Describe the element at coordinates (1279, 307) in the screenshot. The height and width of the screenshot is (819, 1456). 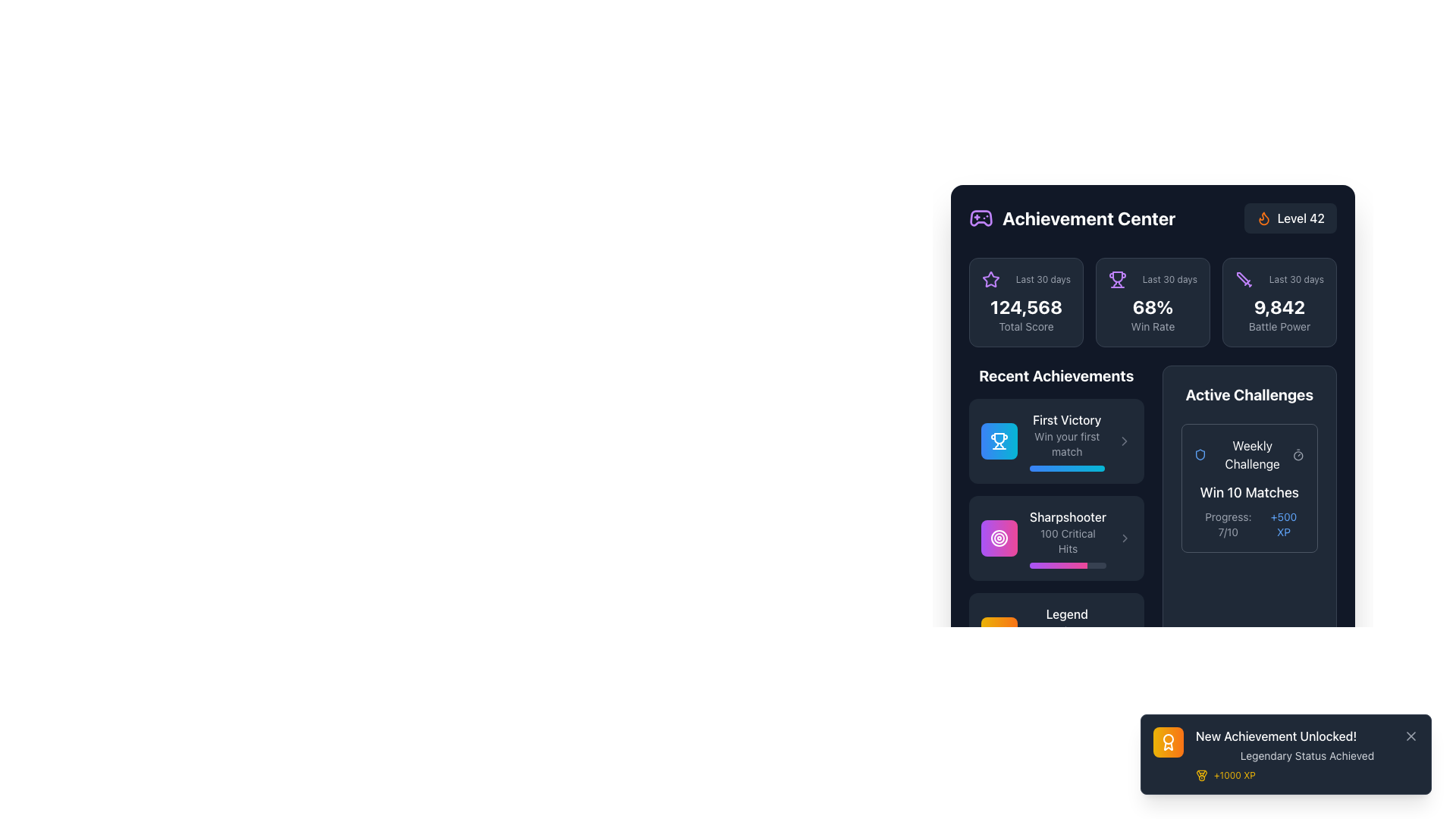
I see `the static text display showing the bold text '9,842', which is rendered in white against a dark background, located at the top-right corner of the interface above 'Battle Power'` at that location.